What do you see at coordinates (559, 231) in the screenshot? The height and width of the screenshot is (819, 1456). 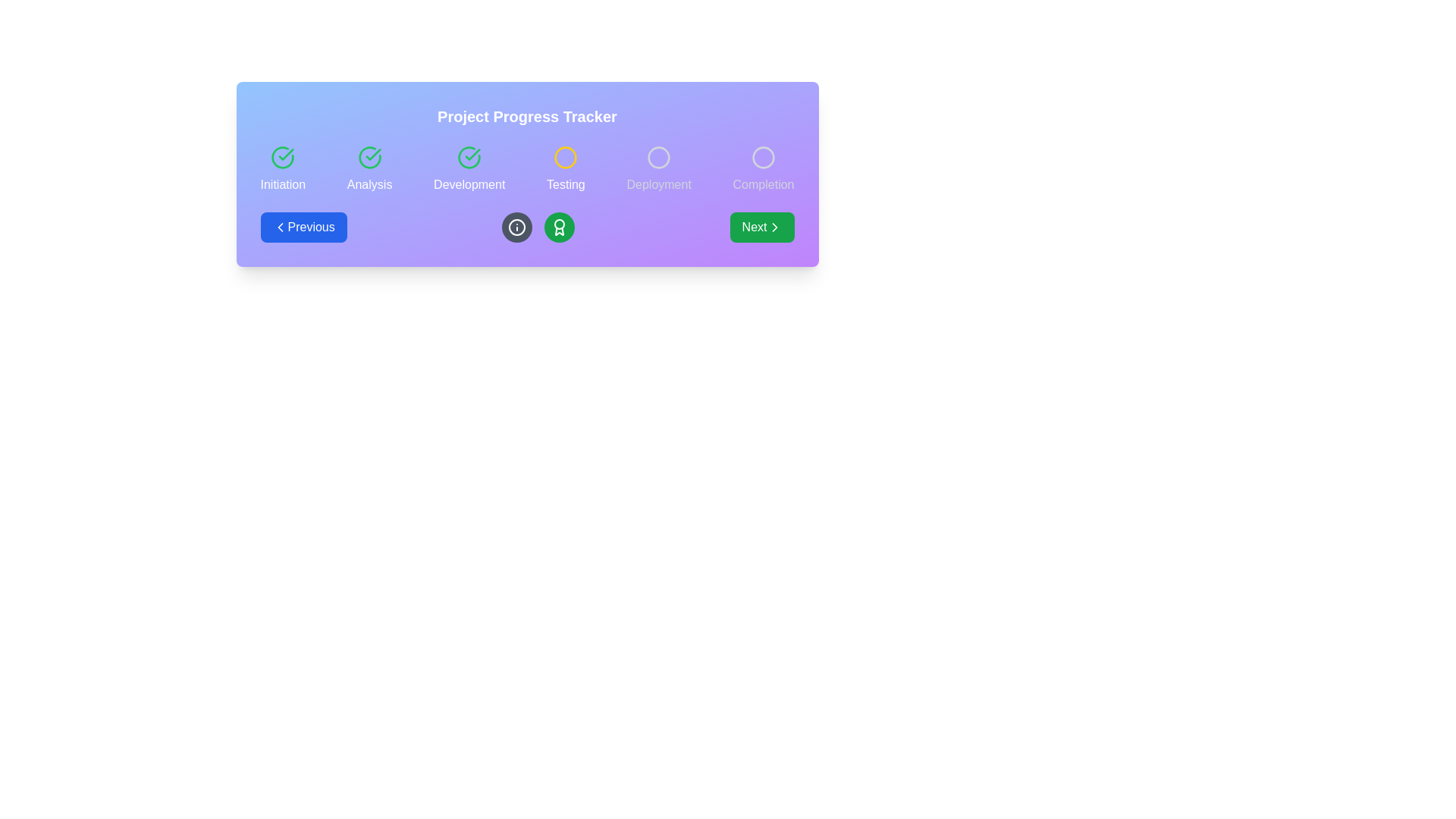 I see `the SVG-based graphical element representing achievement or milestone completion, located in the progress tracker interface below the 'Testing' step` at bounding box center [559, 231].